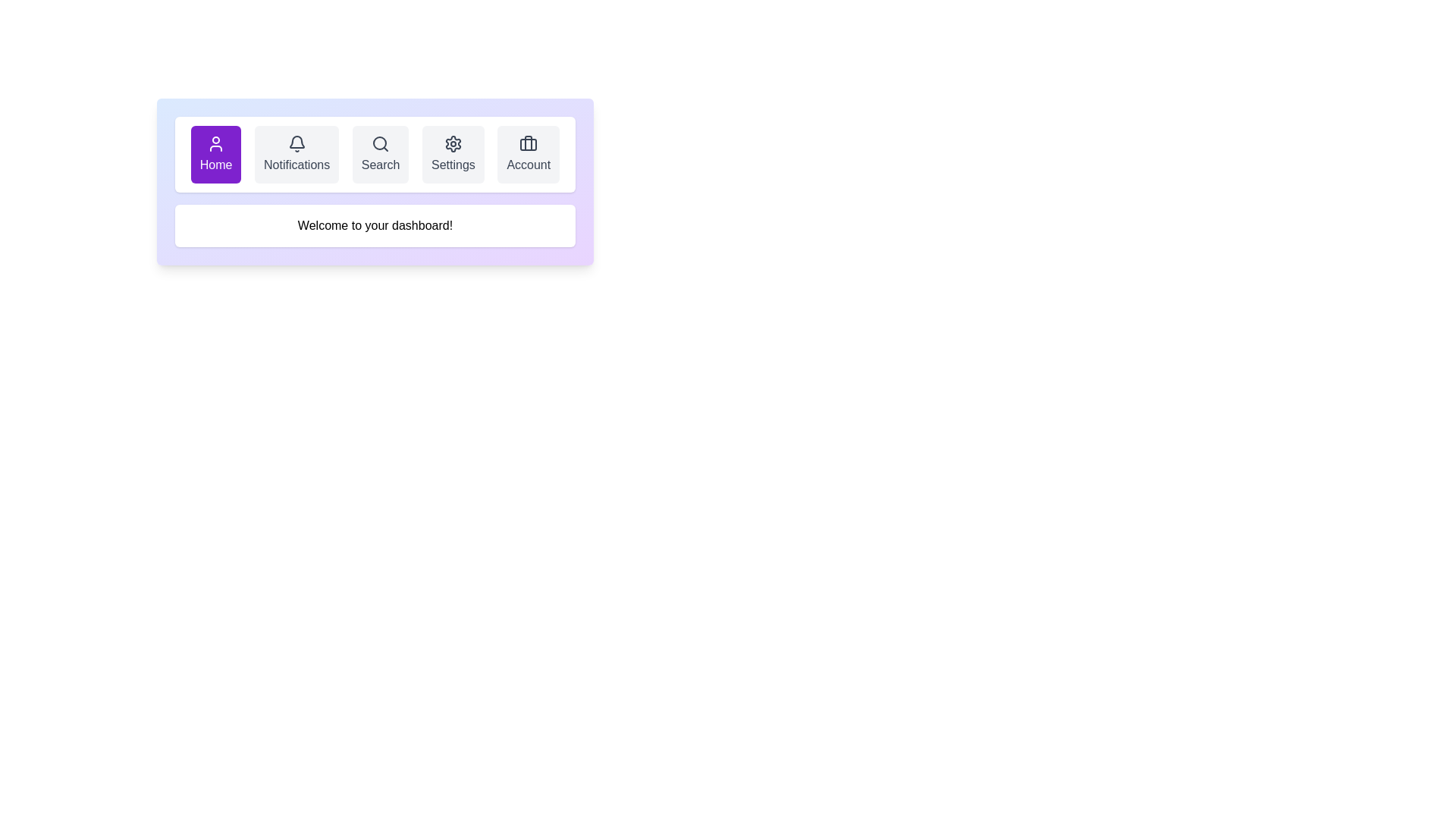 This screenshot has height=819, width=1456. Describe the element at coordinates (297, 165) in the screenshot. I see `text label that says 'Notifications', which is styled with a gray font color and is located in the second button from the left in the horizontal navigation bar, next to a bell icon` at that location.